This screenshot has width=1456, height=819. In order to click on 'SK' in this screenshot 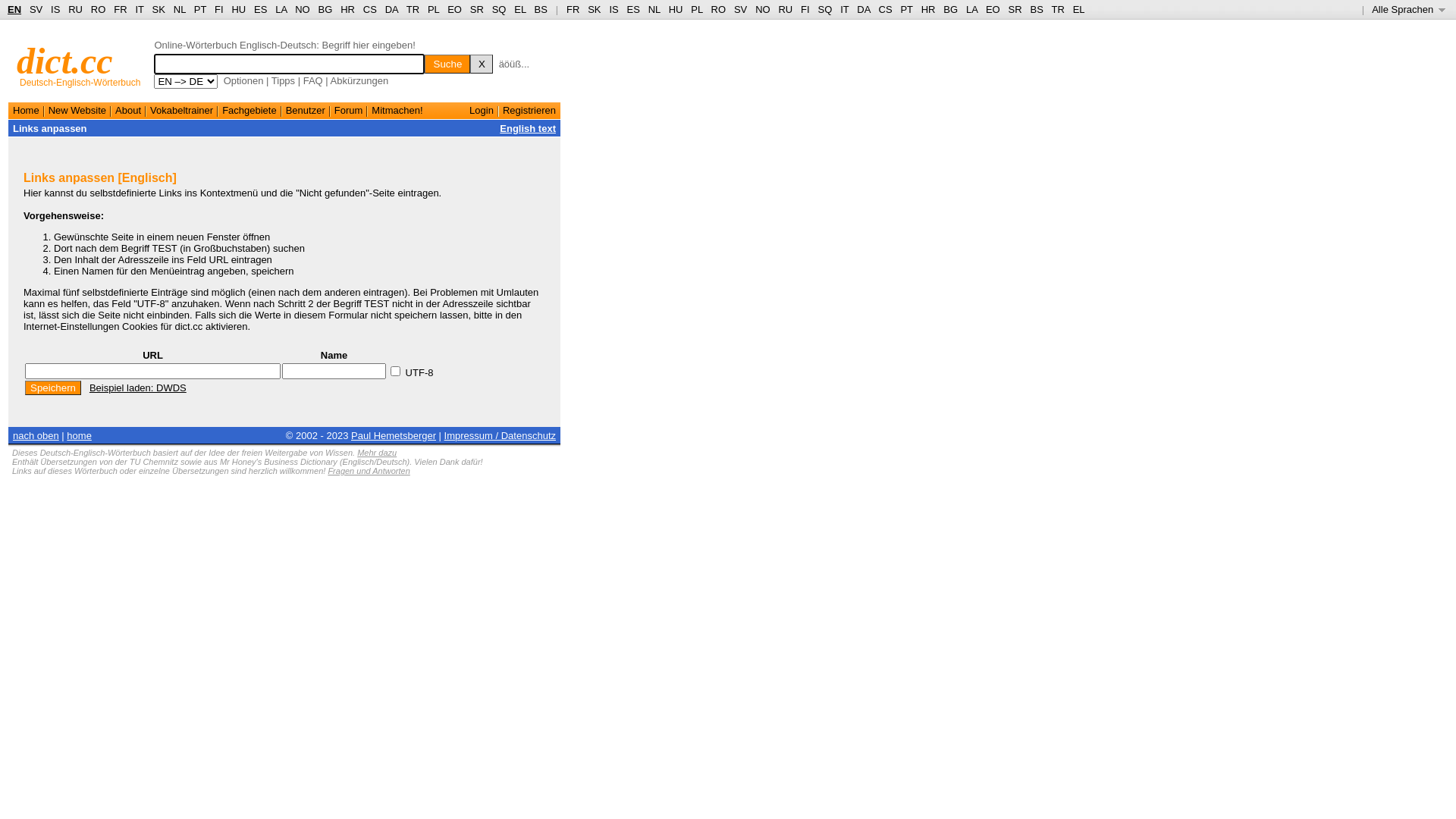, I will do `click(593, 9)`.